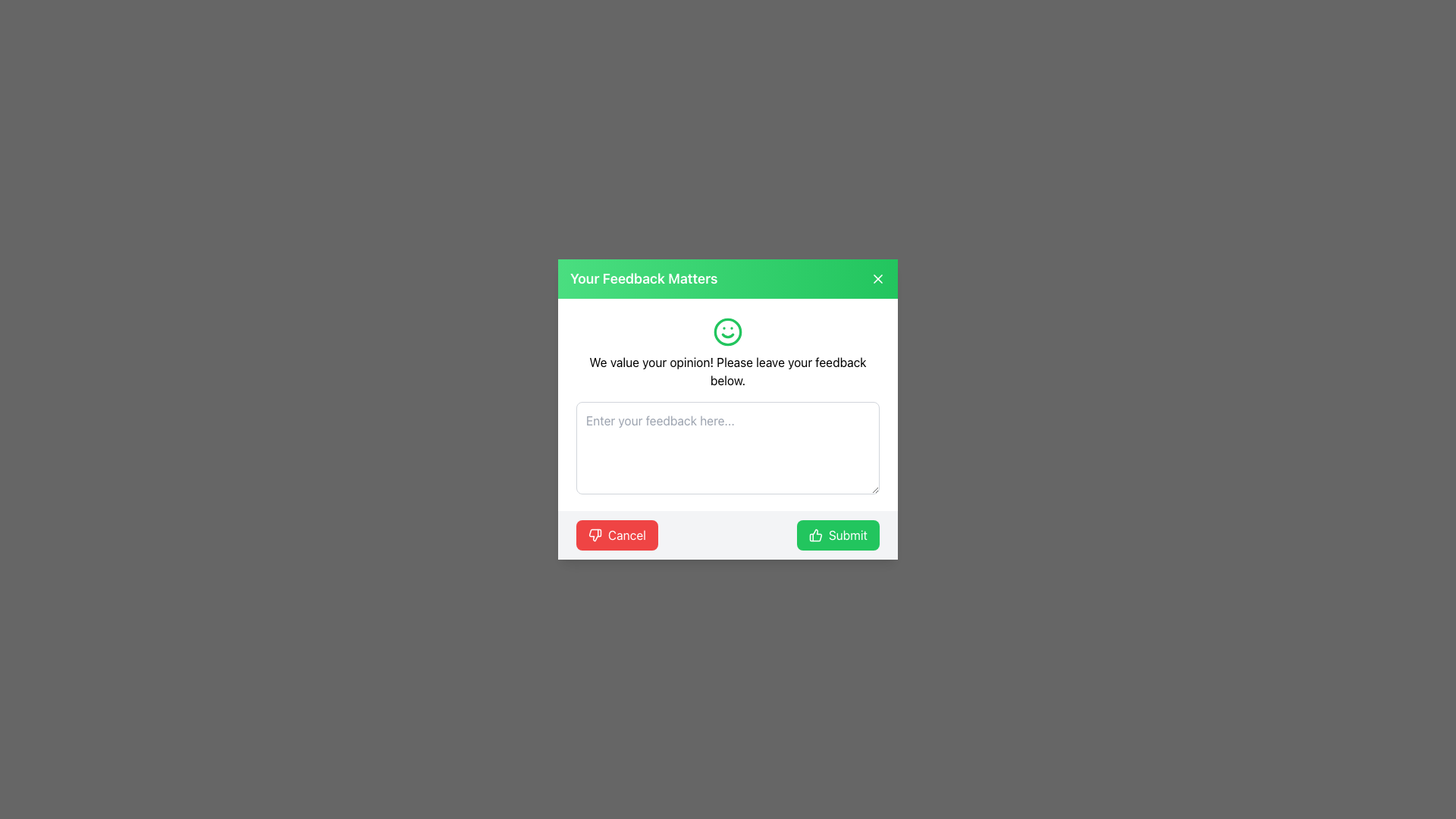 This screenshot has width=1456, height=819. Describe the element at coordinates (877, 278) in the screenshot. I see `the close button icon located` at that location.